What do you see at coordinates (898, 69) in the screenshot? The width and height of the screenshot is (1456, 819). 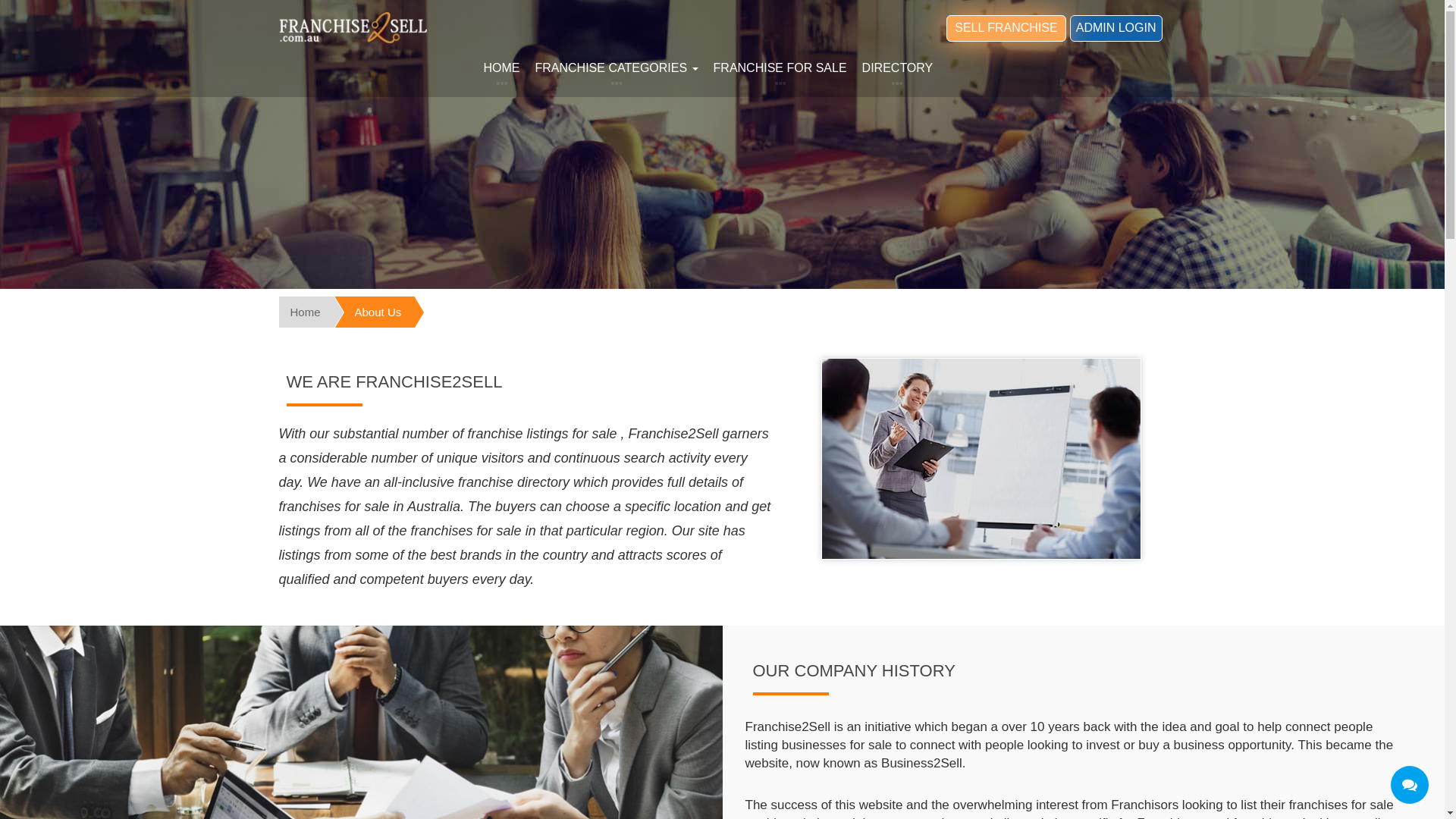 I see `'DIRECTORY'` at bounding box center [898, 69].